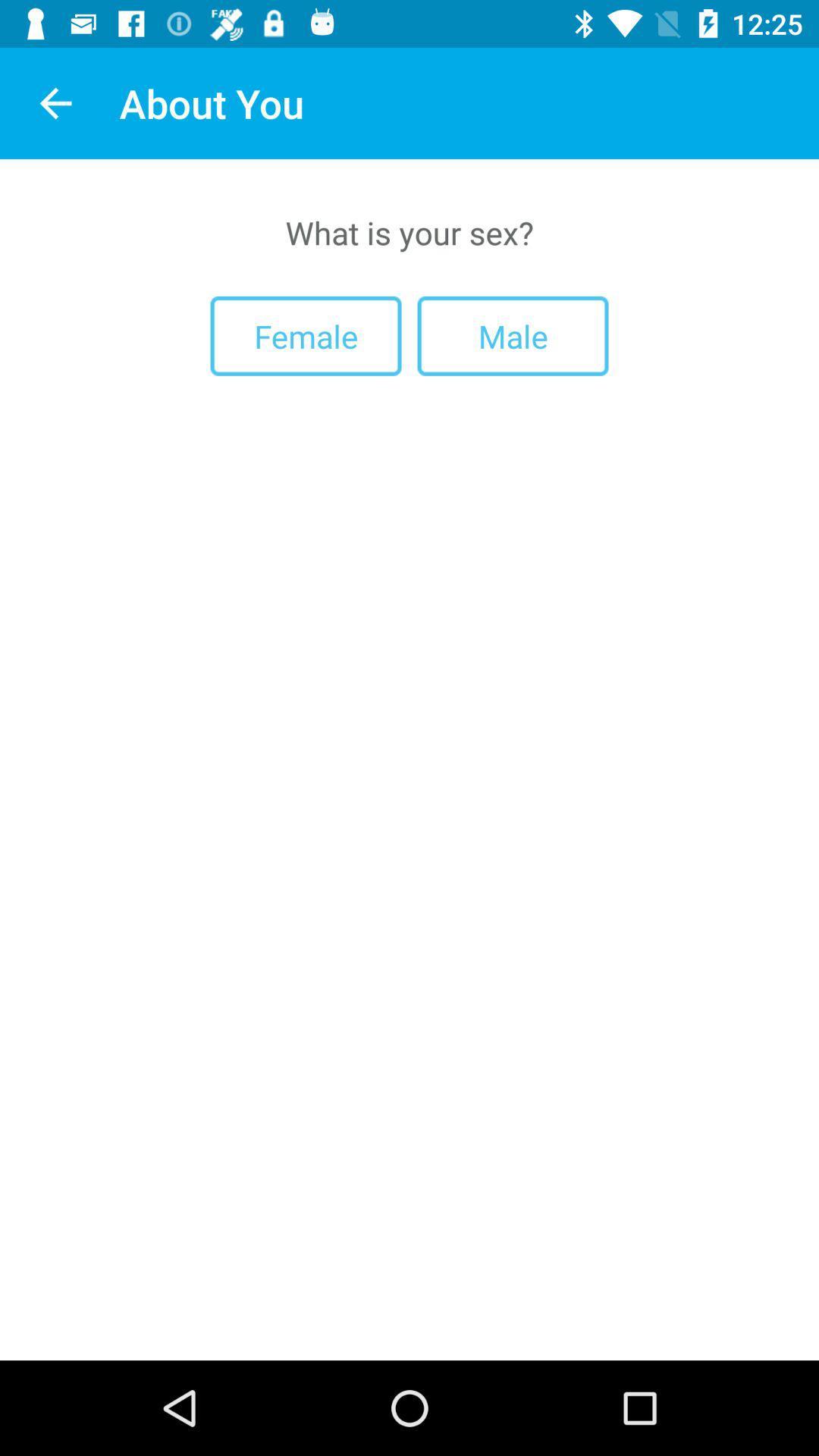  What do you see at coordinates (306, 335) in the screenshot?
I see `the item next to male item` at bounding box center [306, 335].